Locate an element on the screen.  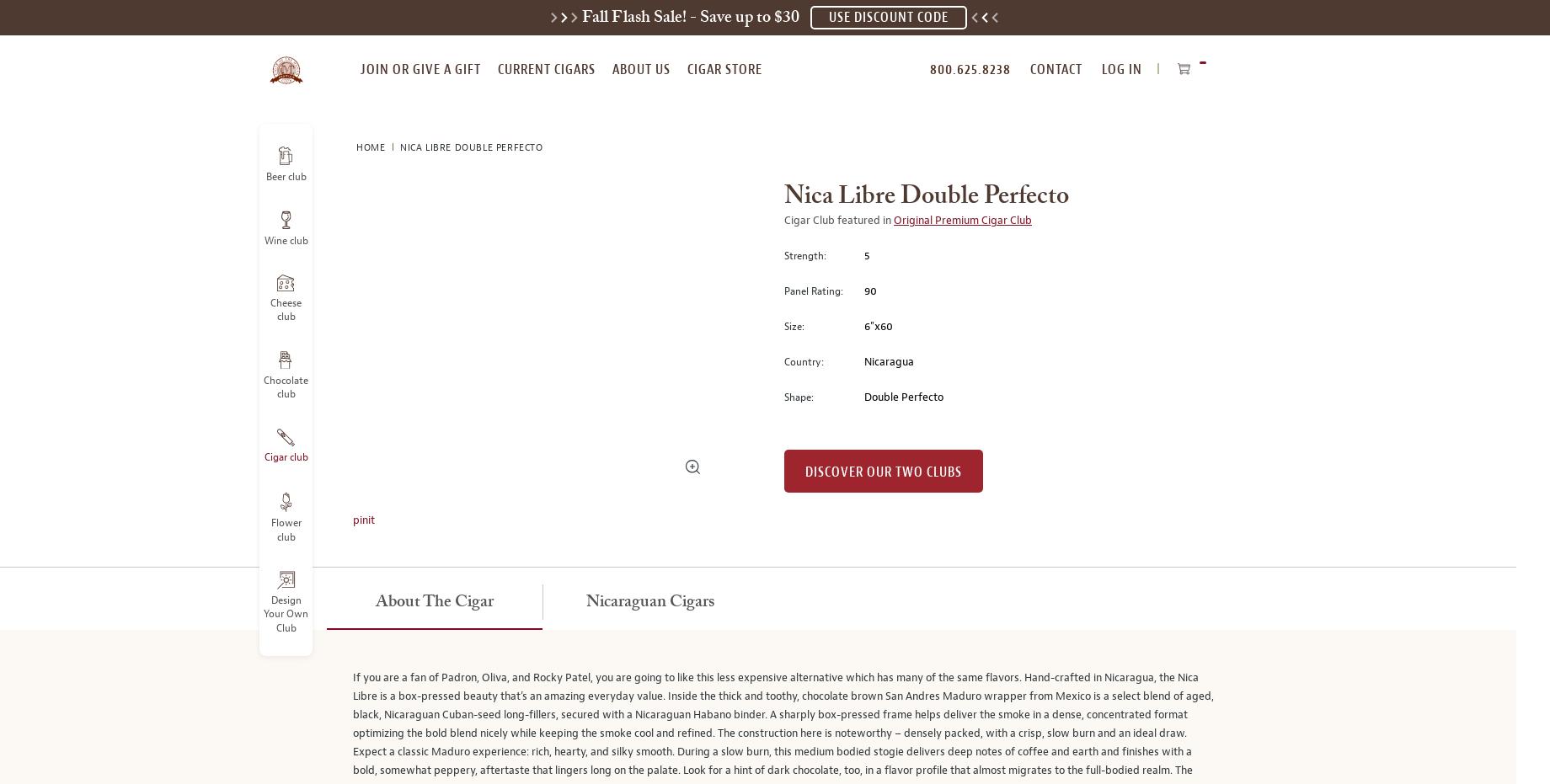
'Nicaragua' is located at coordinates (888, 360).